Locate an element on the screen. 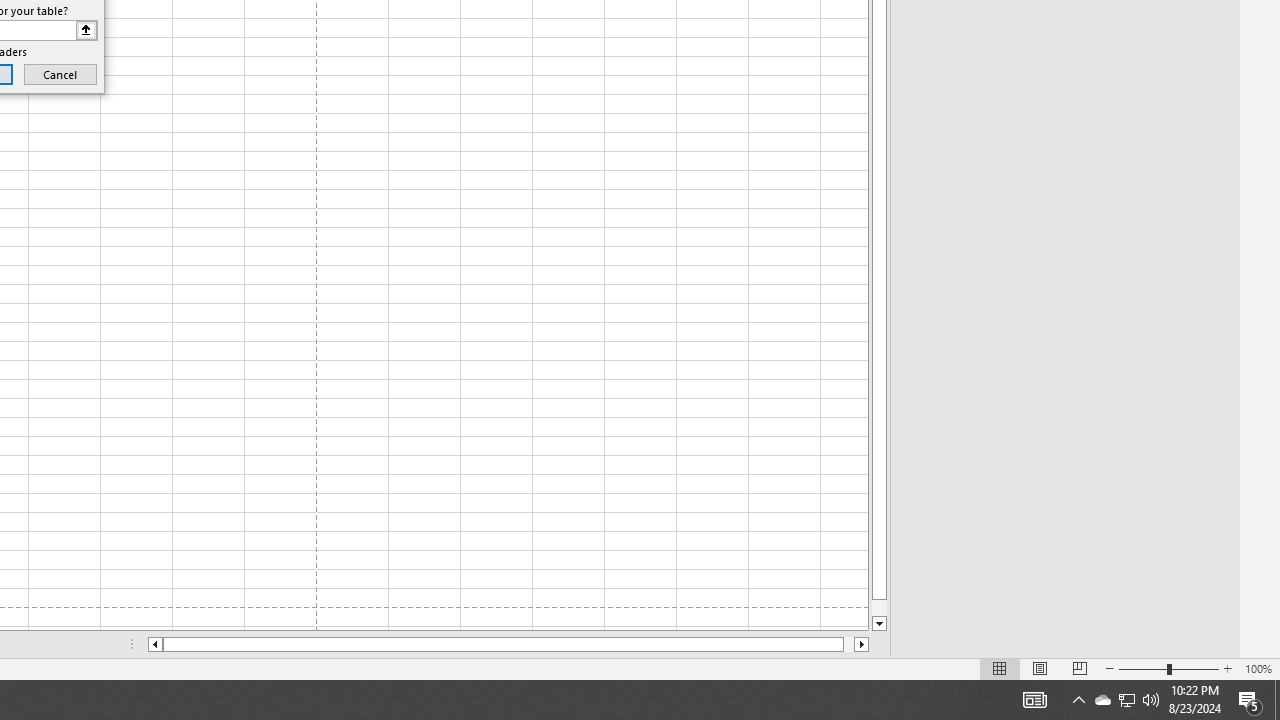 Image resolution: width=1280 pixels, height=720 pixels. 'Page right' is located at coordinates (848, 644).